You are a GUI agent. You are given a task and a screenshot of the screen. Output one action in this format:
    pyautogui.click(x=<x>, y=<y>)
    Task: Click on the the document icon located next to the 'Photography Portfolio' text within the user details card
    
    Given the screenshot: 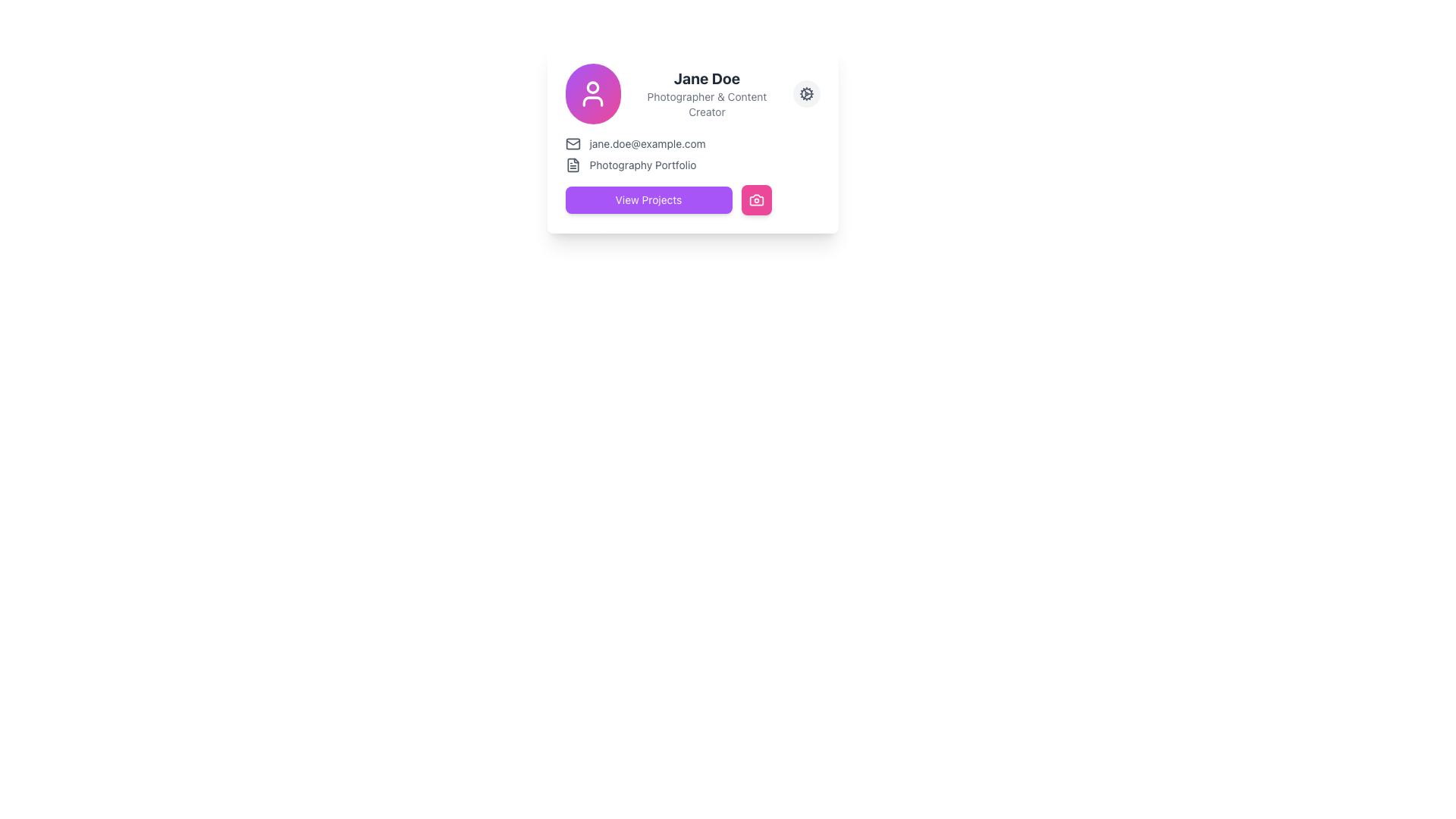 What is the action you would take?
    pyautogui.click(x=572, y=165)
    